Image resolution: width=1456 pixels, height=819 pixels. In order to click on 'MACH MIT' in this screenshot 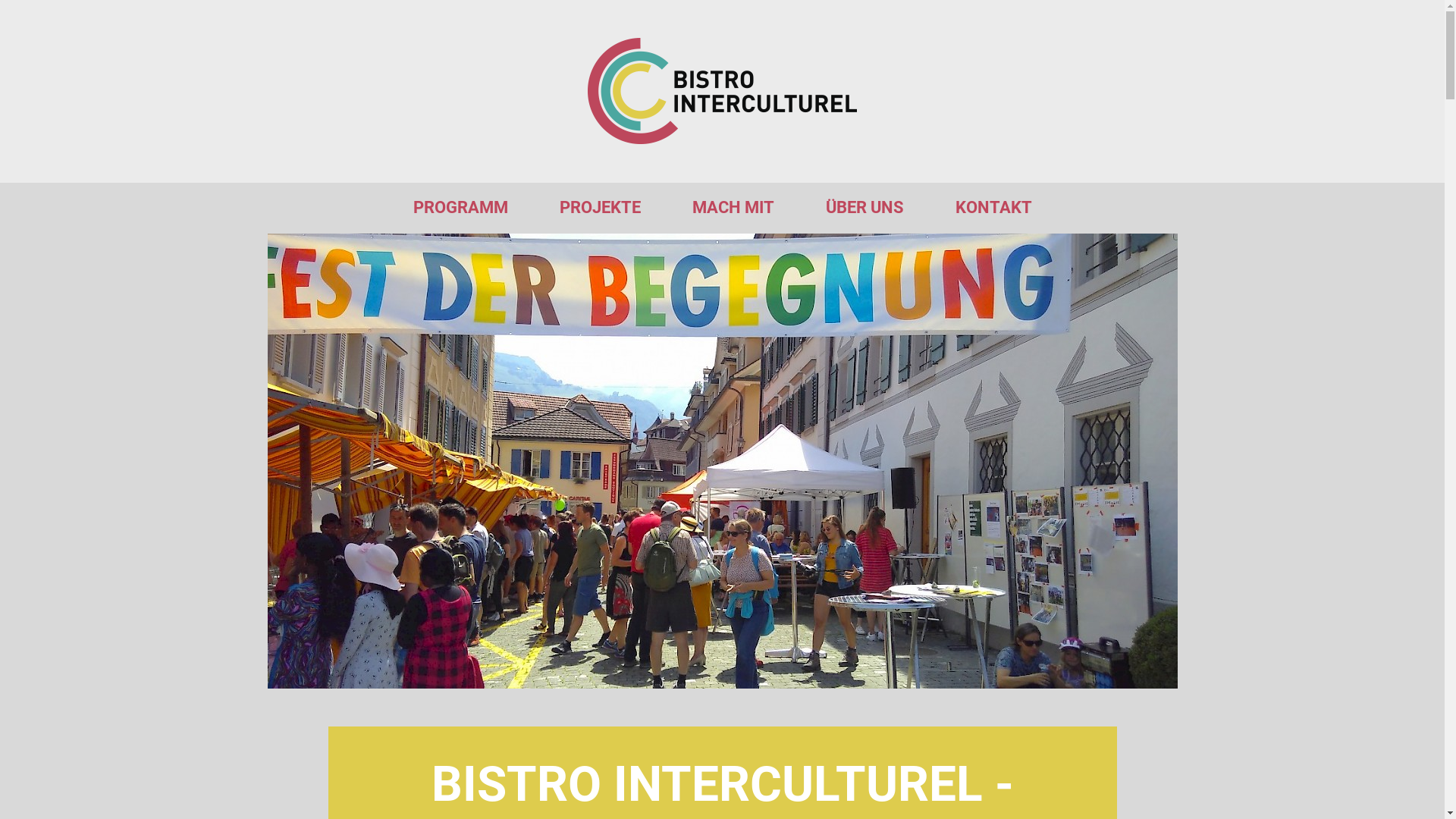, I will do `click(732, 208)`.